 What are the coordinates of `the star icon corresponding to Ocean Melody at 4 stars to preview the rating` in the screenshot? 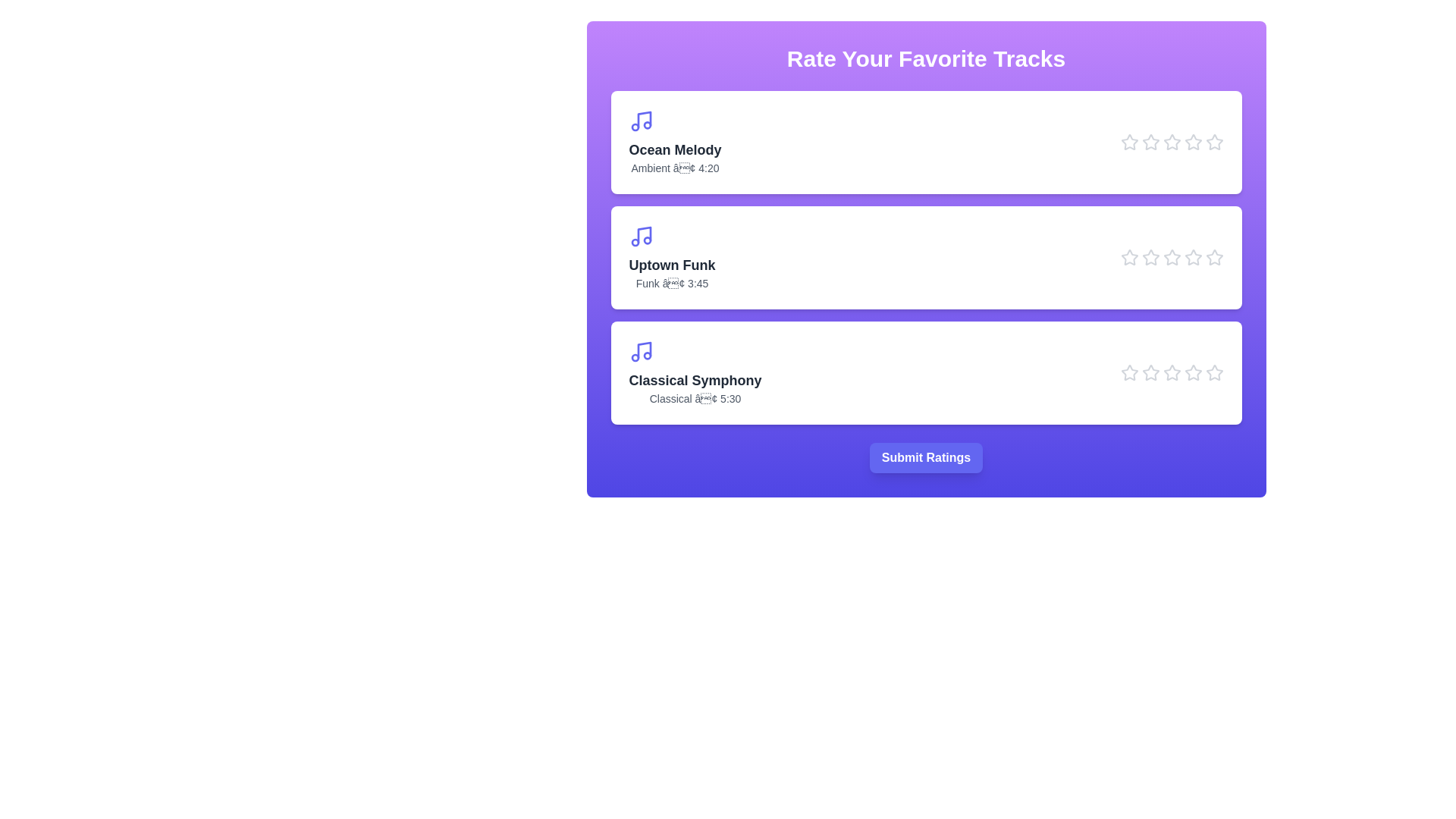 It's located at (1192, 143).